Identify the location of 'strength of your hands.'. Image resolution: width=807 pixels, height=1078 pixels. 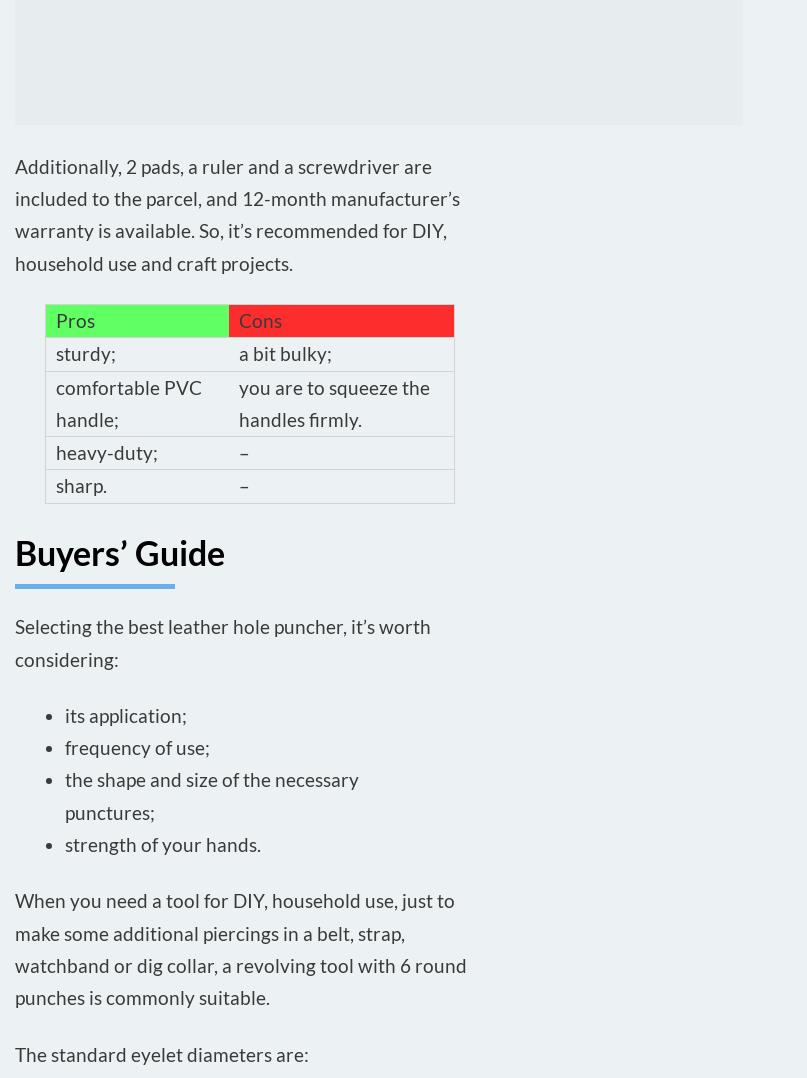
(163, 844).